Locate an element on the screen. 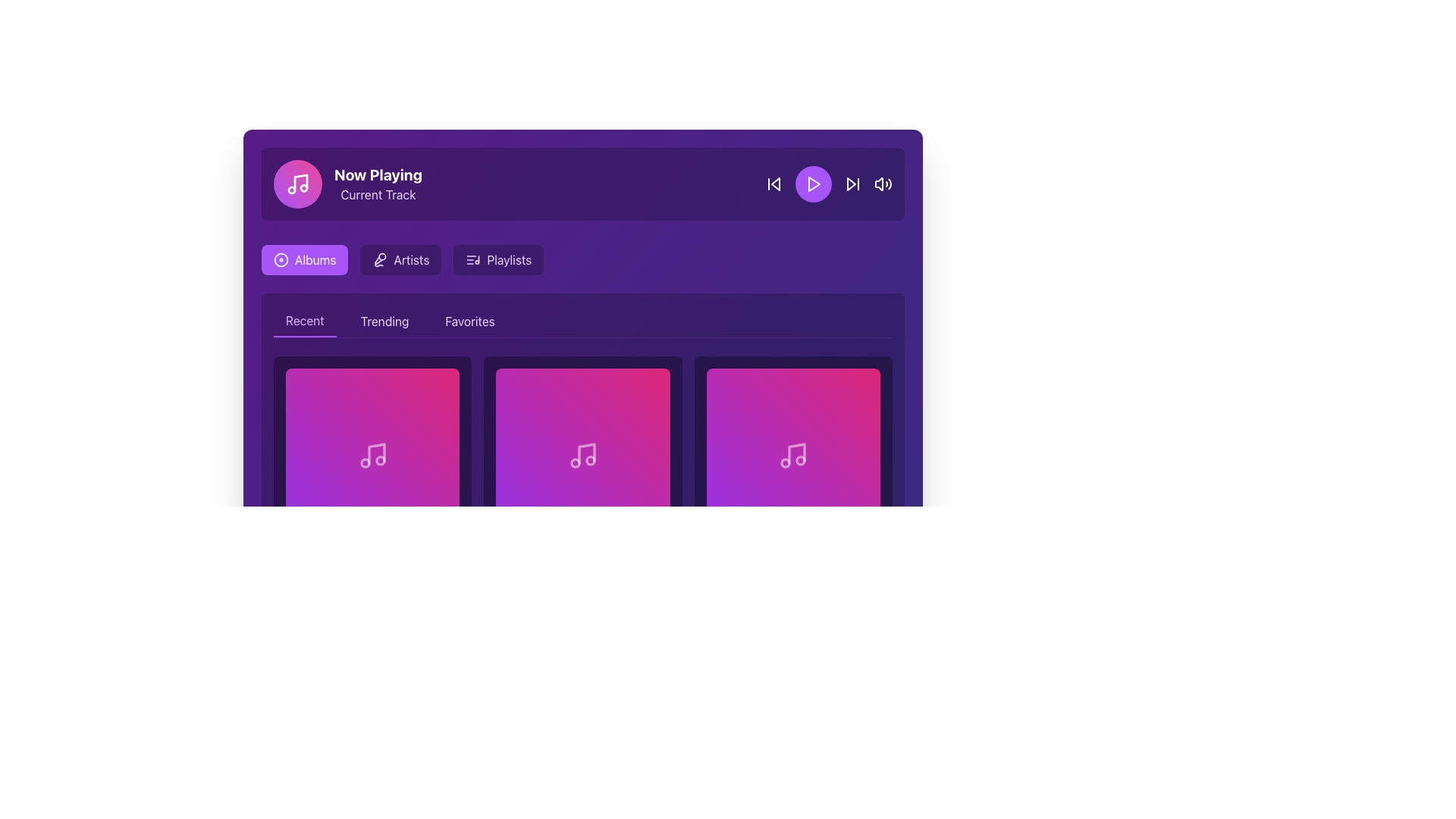 The image size is (1456, 819). the play control button, which is the third item from the left in the media interface, situated between the rewind and fast-forward buttons is located at coordinates (813, 184).